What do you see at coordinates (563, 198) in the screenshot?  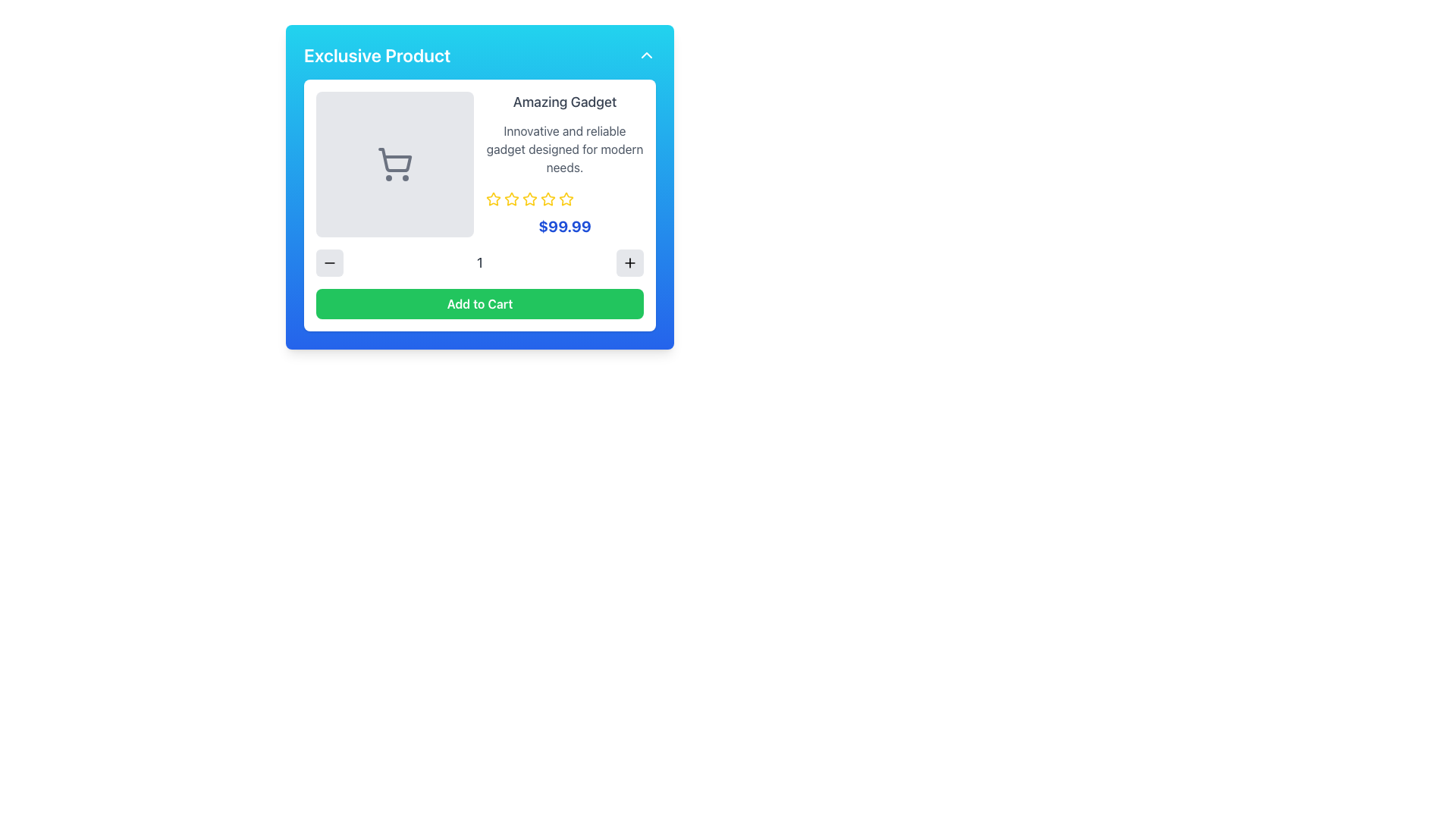 I see `the rating display by clicking on the star icons, which are represented by five yellow star icons located beneath the product description and above the price` at bounding box center [563, 198].